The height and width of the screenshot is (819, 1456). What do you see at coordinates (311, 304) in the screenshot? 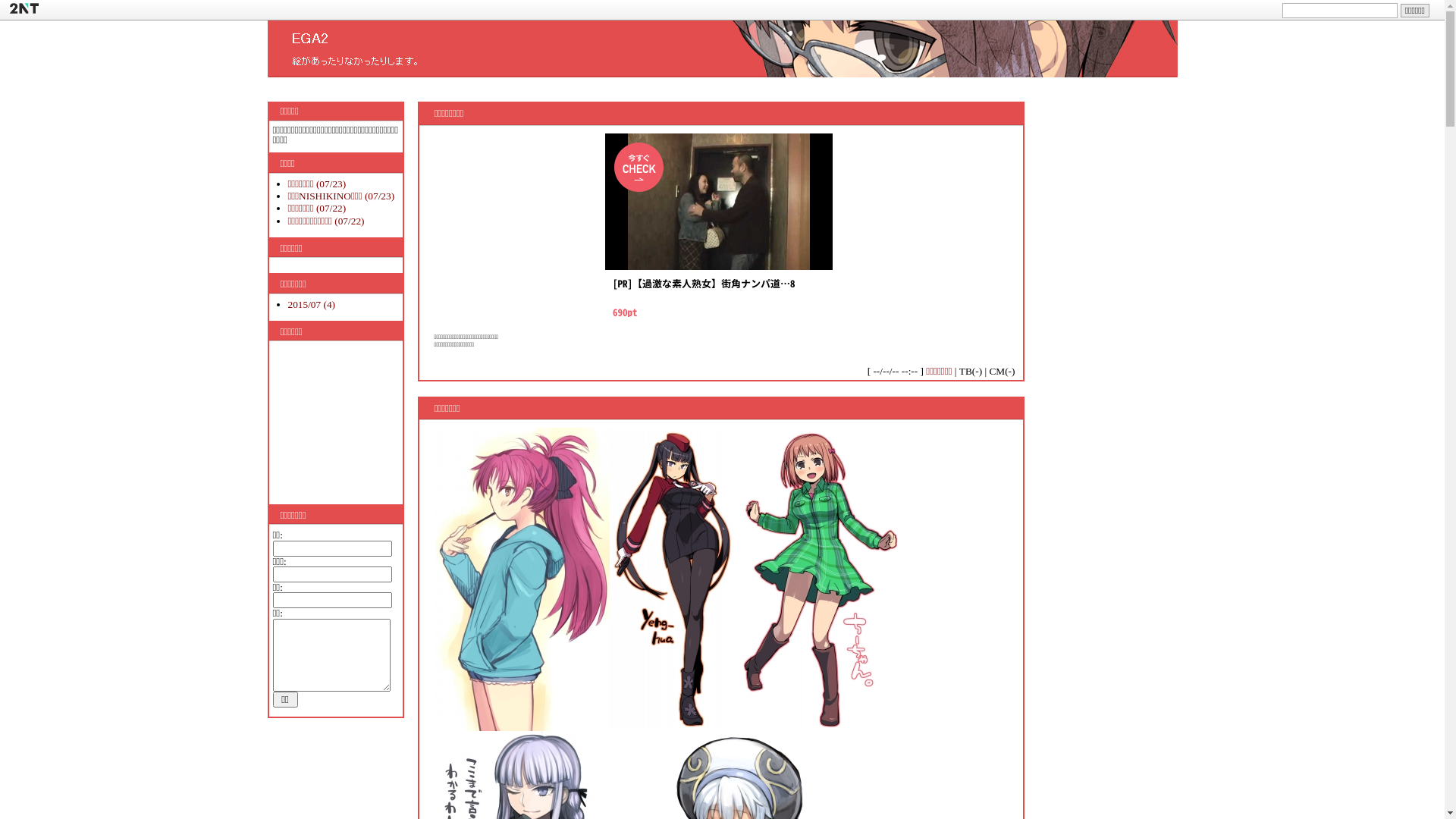
I see `'2015/07 (4)'` at bounding box center [311, 304].